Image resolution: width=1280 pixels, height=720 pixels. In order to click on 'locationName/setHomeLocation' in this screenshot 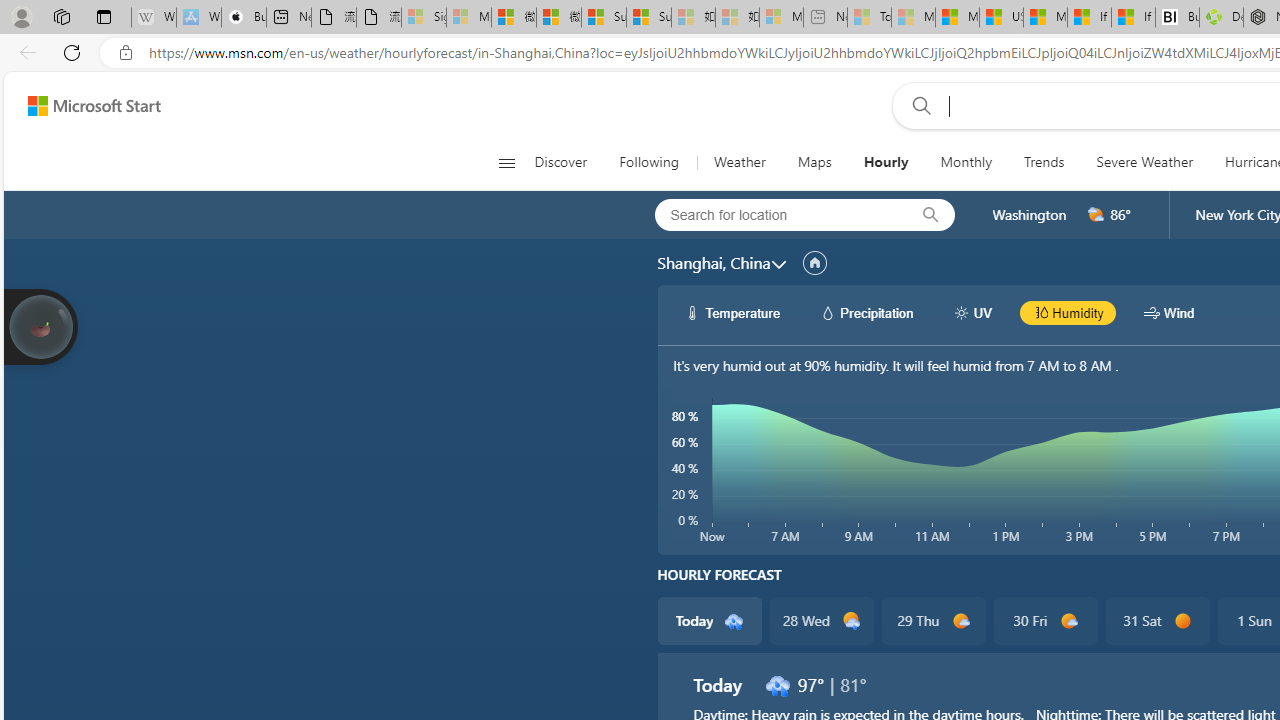, I will do `click(814, 262)`.